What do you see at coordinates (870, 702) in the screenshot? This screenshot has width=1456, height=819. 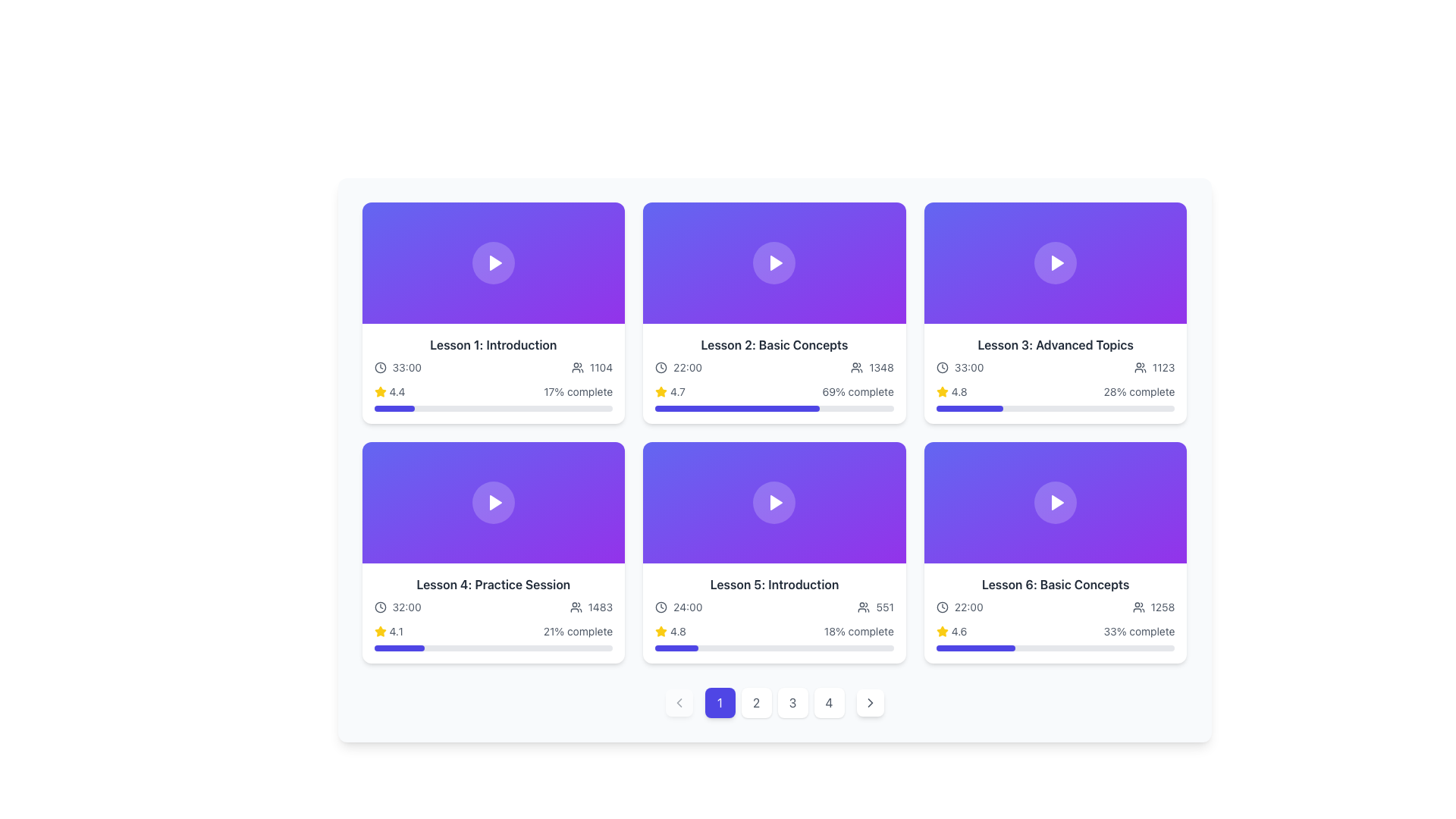 I see `the circular navigation icon located at the bottom right corner of the page` at bounding box center [870, 702].